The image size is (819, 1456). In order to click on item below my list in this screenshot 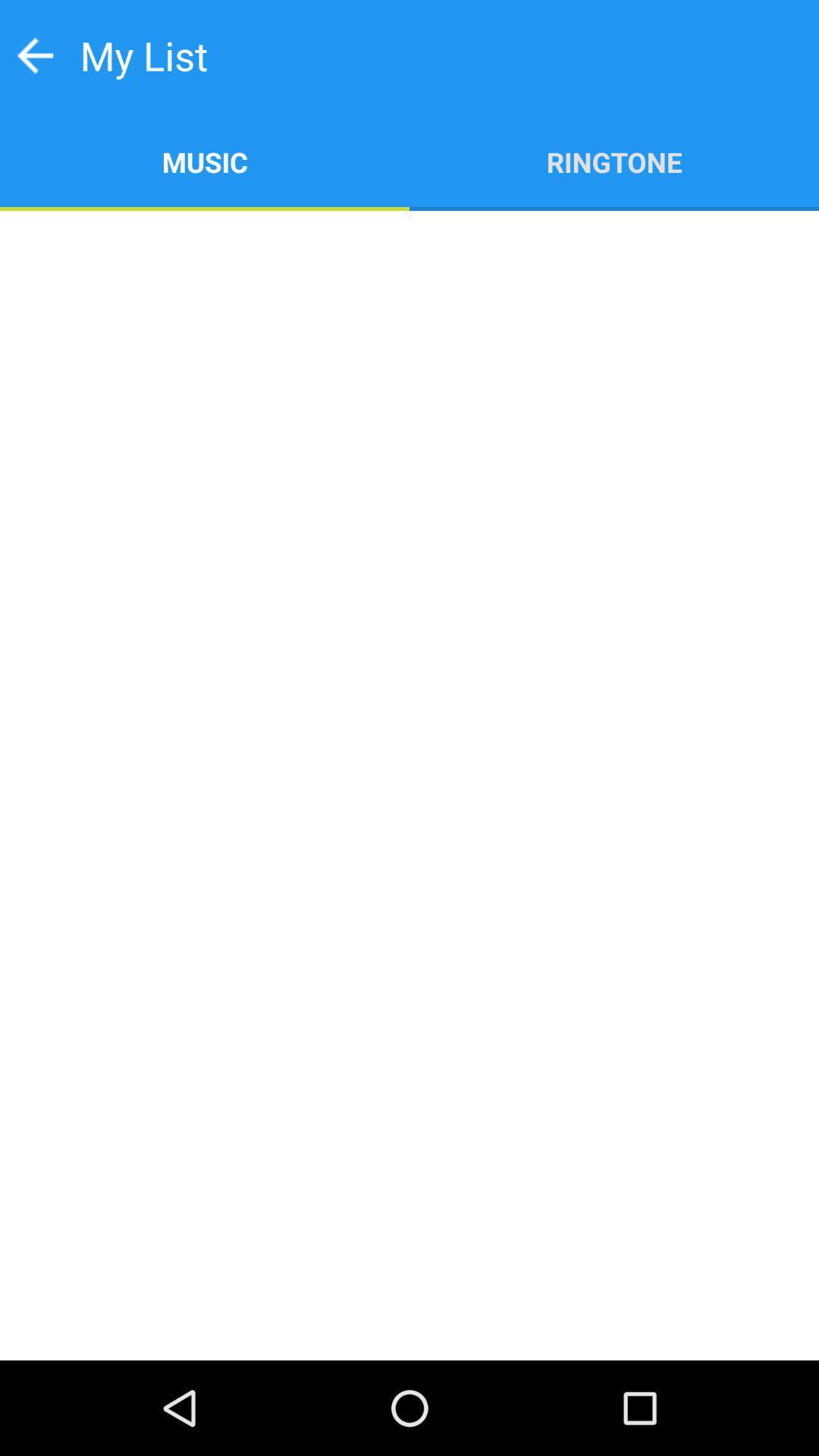, I will do `click(205, 161)`.